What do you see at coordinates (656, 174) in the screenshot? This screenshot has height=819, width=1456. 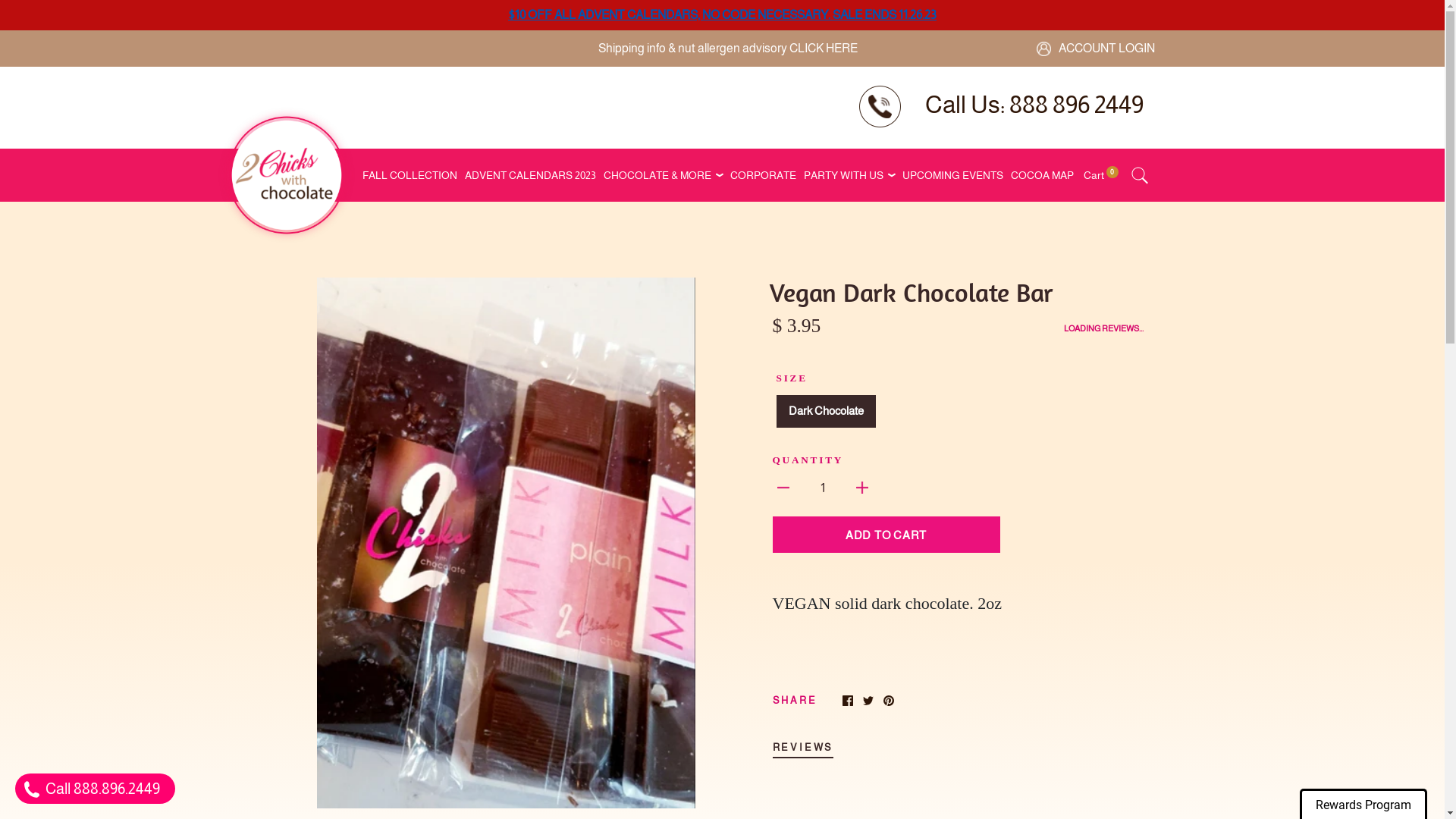 I see `'CHOCOLATE & MORE'` at bounding box center [656, 174].